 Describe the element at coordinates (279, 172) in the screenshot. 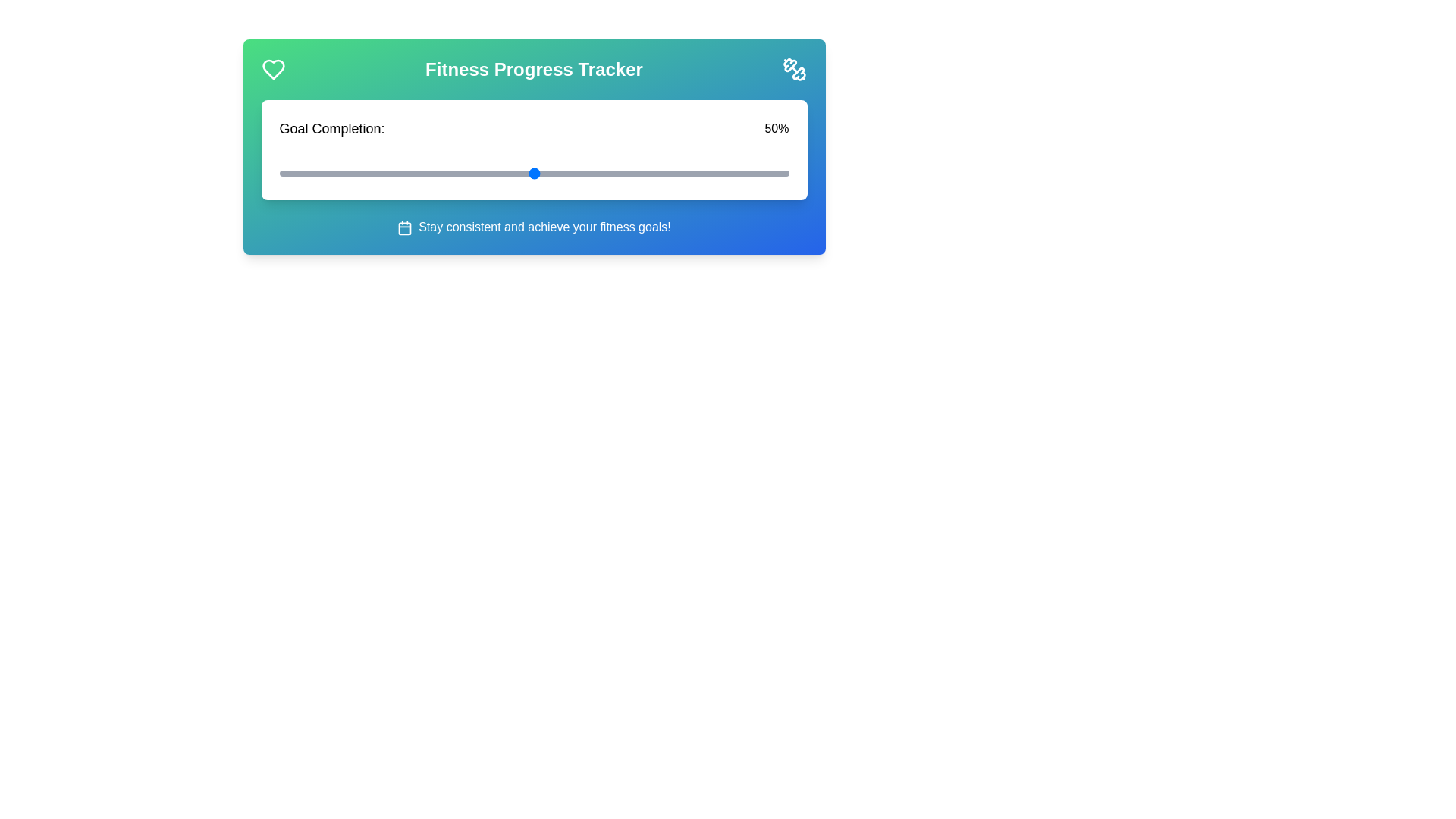

I see `the slider to set the goal completion percentage to 0` at that location.